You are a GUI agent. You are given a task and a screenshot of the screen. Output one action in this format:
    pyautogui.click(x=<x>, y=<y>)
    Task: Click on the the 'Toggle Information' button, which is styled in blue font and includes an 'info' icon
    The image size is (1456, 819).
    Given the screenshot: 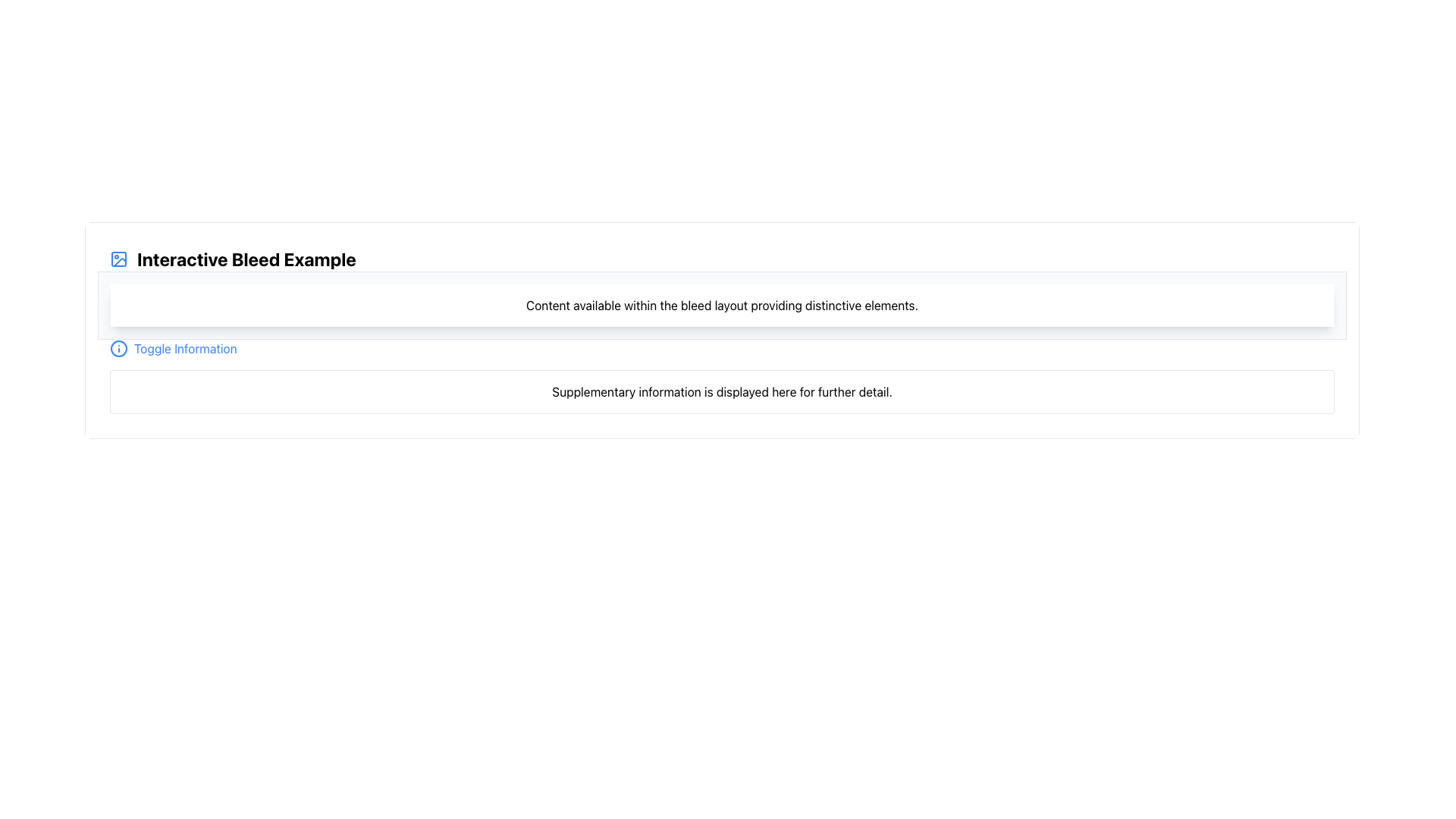 What is the action you would take?
    pyautogui.click(x=172, y=348)
    